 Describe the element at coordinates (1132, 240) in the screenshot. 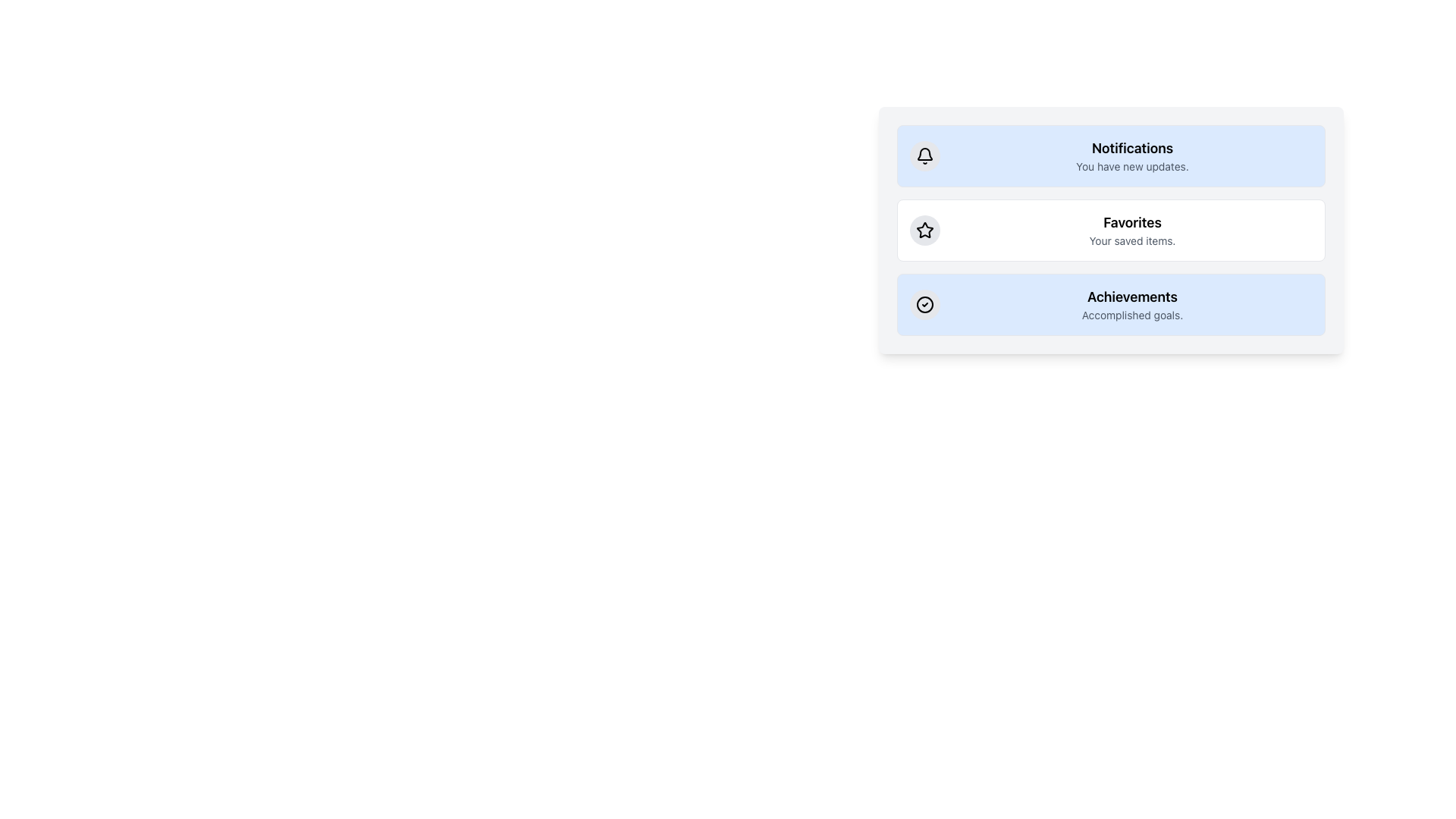

I see `the text label displaying 'Your saved items.' which is located below the 'Favorites' heading in the card section` at that location.